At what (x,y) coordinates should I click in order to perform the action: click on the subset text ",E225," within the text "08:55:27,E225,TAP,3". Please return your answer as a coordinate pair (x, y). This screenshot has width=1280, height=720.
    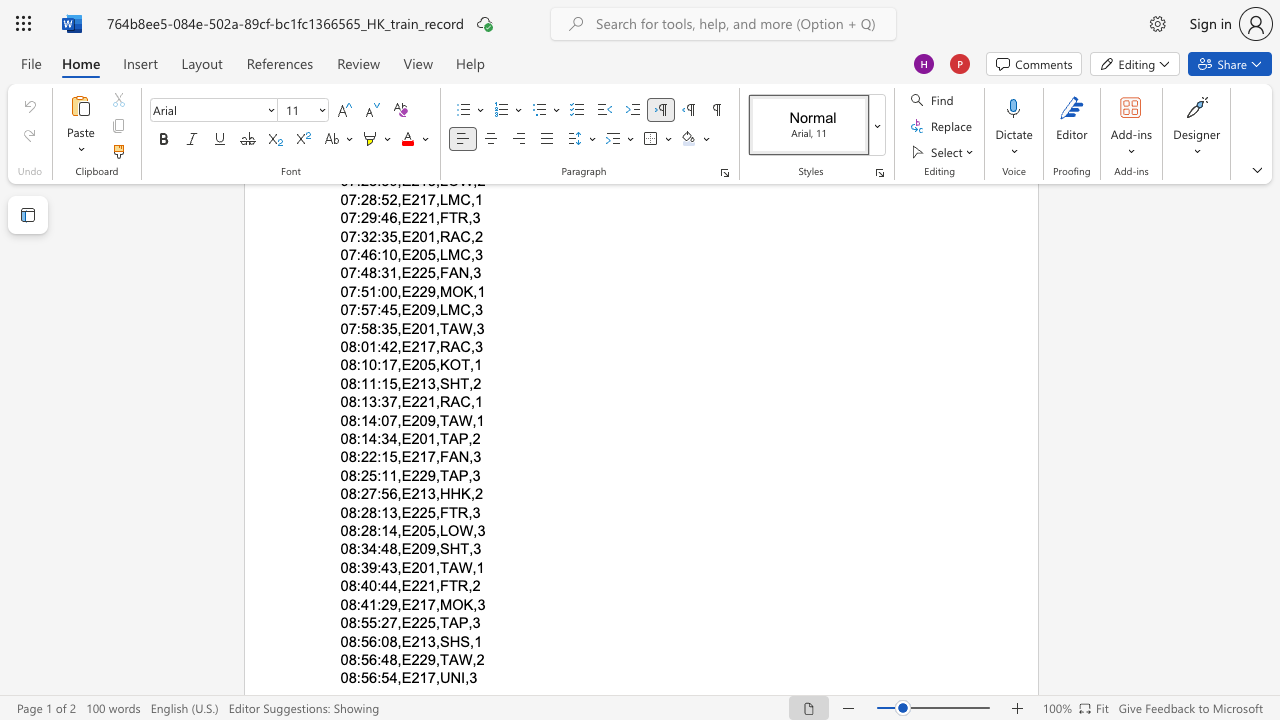
    Looking at the image, I should click on (397, 622).